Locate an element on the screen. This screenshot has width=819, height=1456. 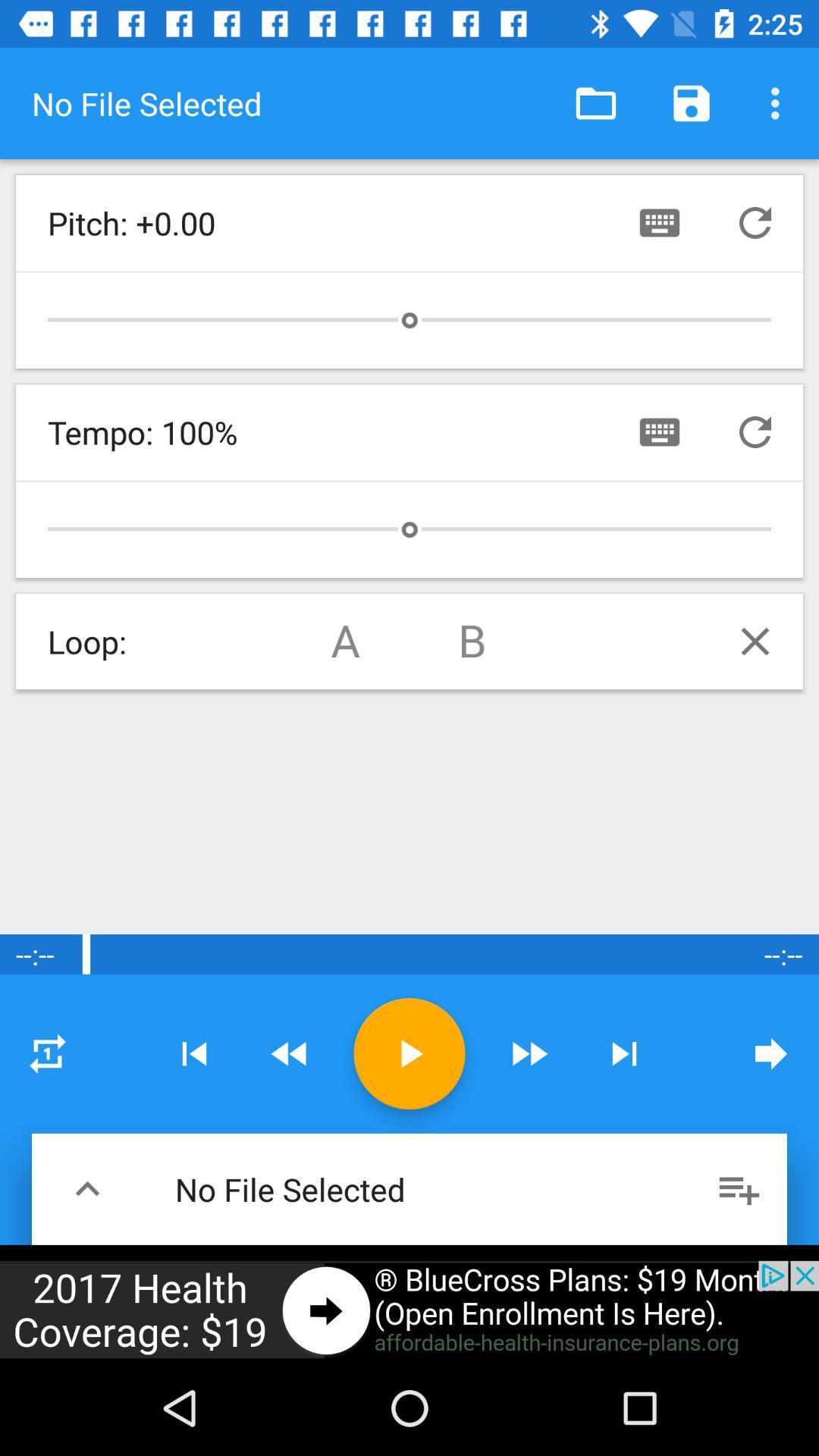
open the keyboard is located at coordinates (659, 221).